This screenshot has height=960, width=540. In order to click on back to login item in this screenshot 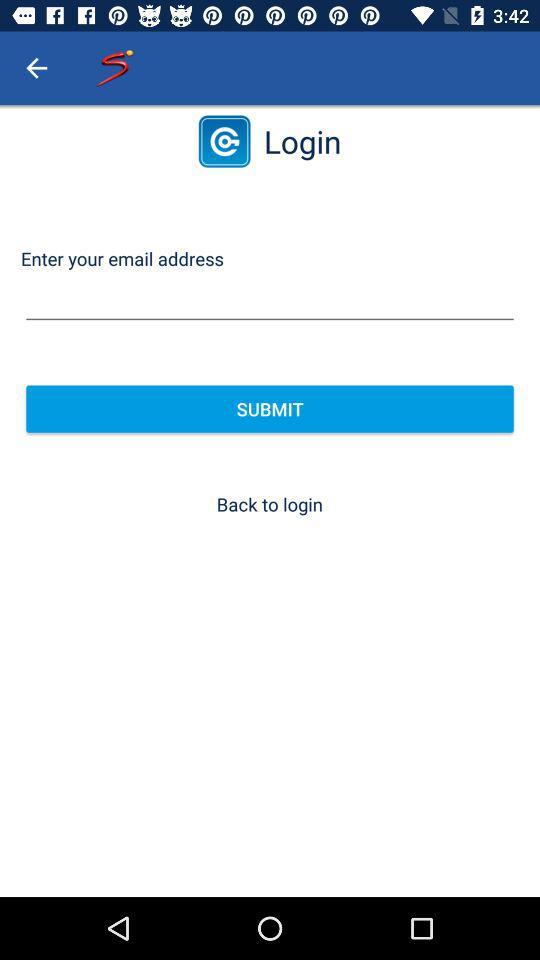, I will do `click(269, 503)`.